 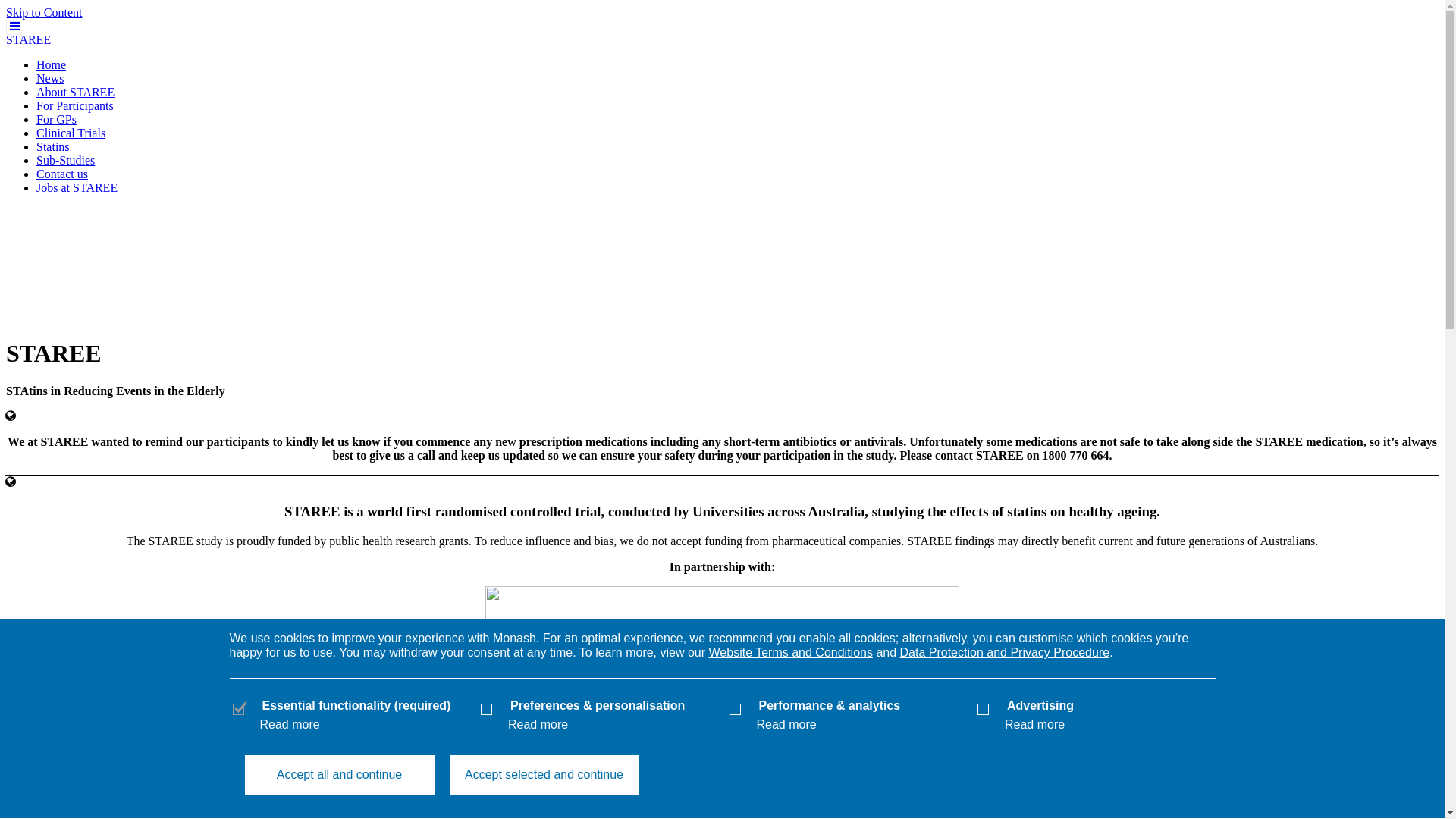 What do you see at coordinates (36, 132) in the screenshot?
I see `'Clinical Trials'` at bounding box center [36, 132].